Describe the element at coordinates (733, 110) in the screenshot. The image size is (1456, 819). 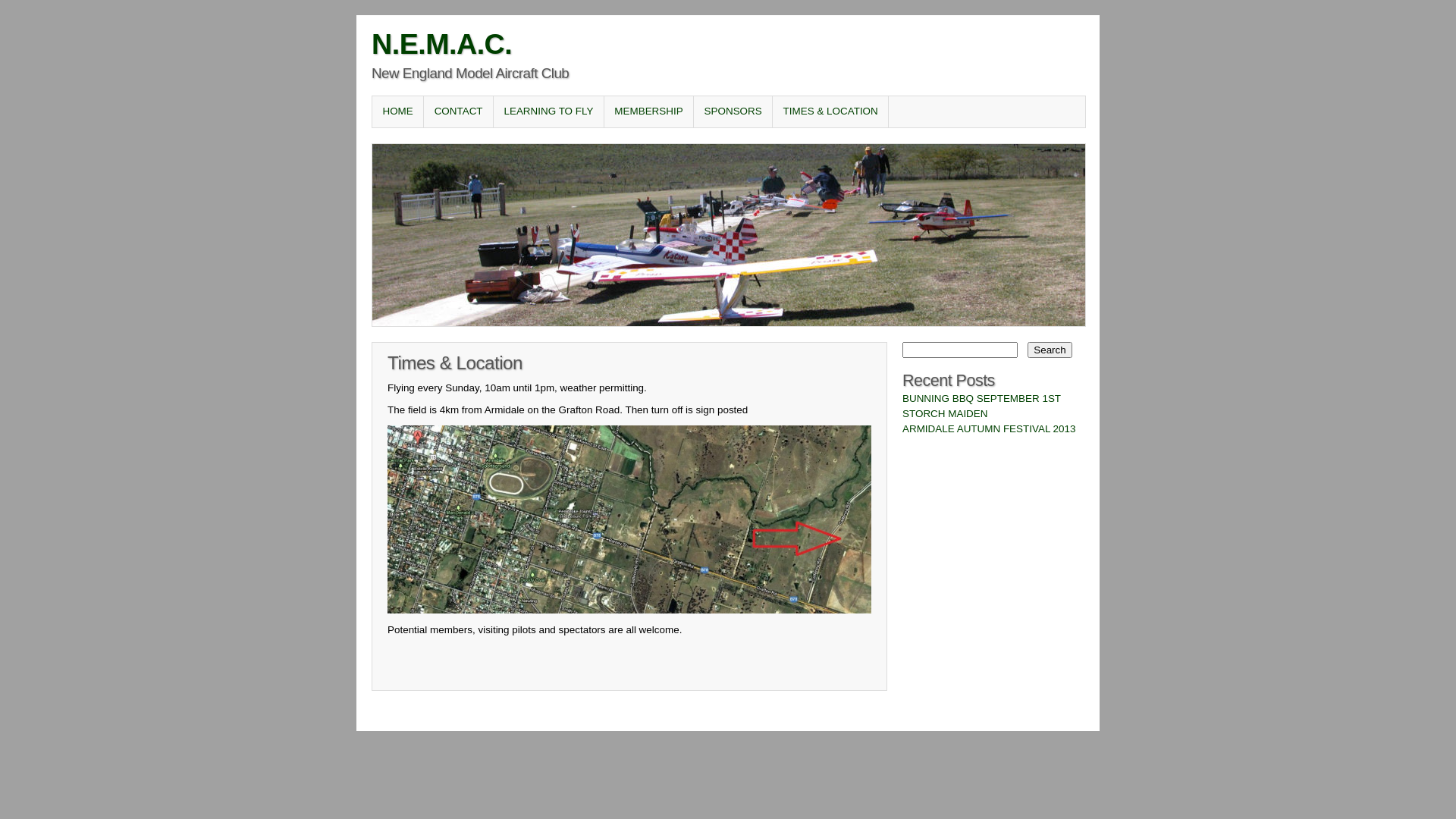
I see `'SPONSORS'` at that location.